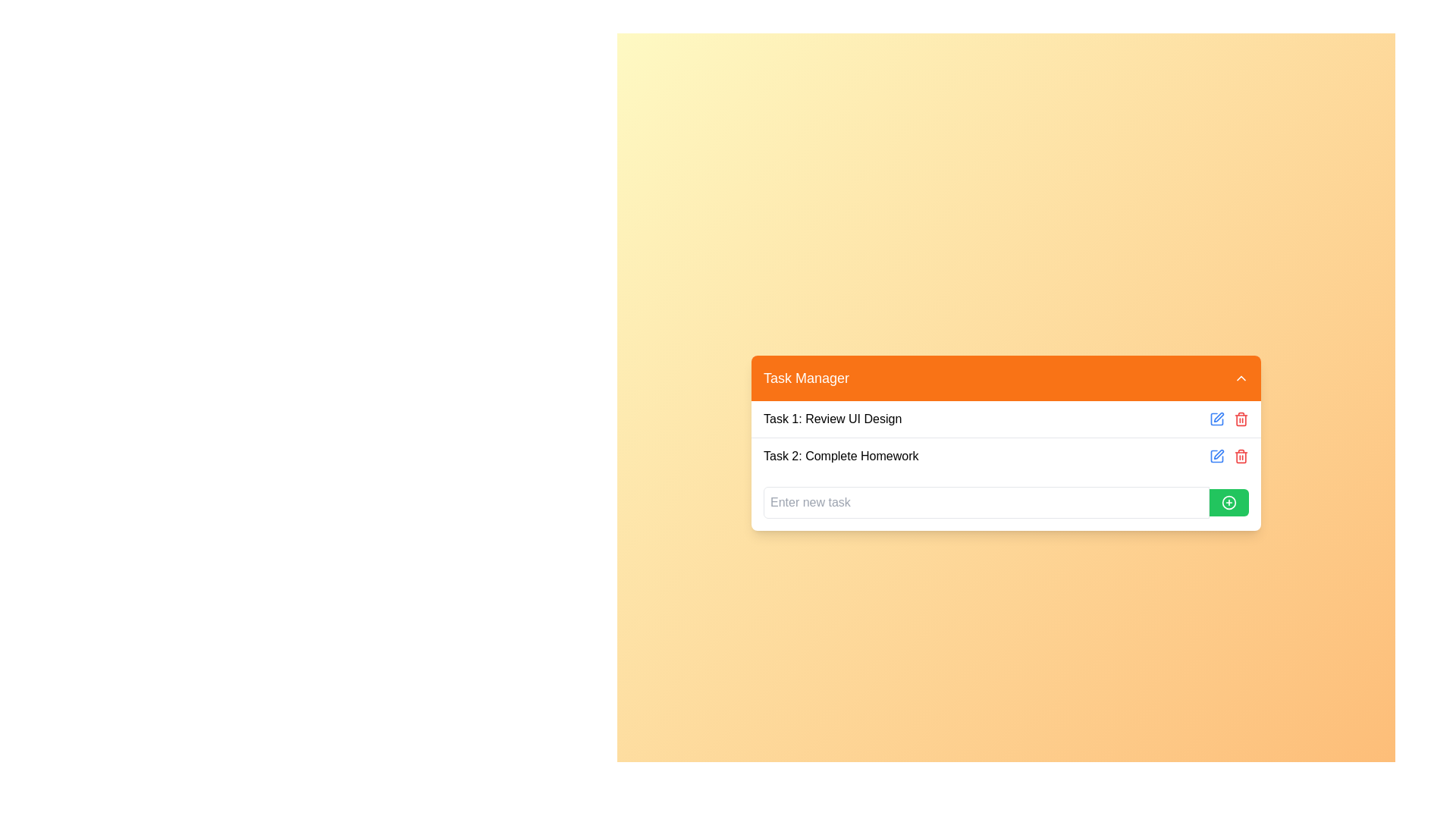 This screenshot has width=1456, height=819. What do you see at coordinates (840, 455) in the screenshot?
I see `the text label that describes the task, positioned below 'Task 1: Review UI Design' and above the text input field for adding a new task` at bounding box center [840, 455].